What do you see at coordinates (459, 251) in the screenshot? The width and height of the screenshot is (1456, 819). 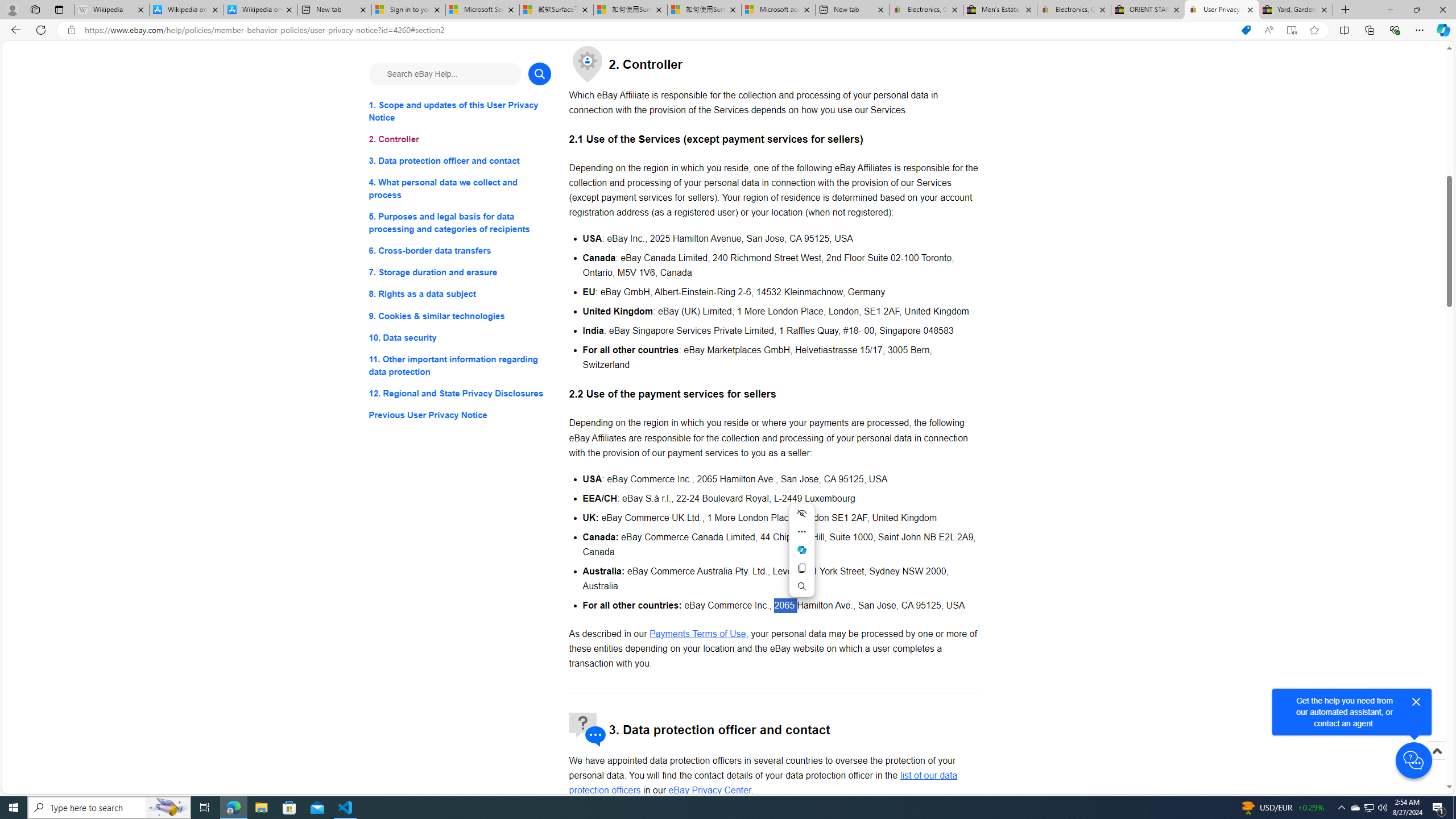 I see `'6. Cross-border data transfers'` at bounding box center [459, 251].